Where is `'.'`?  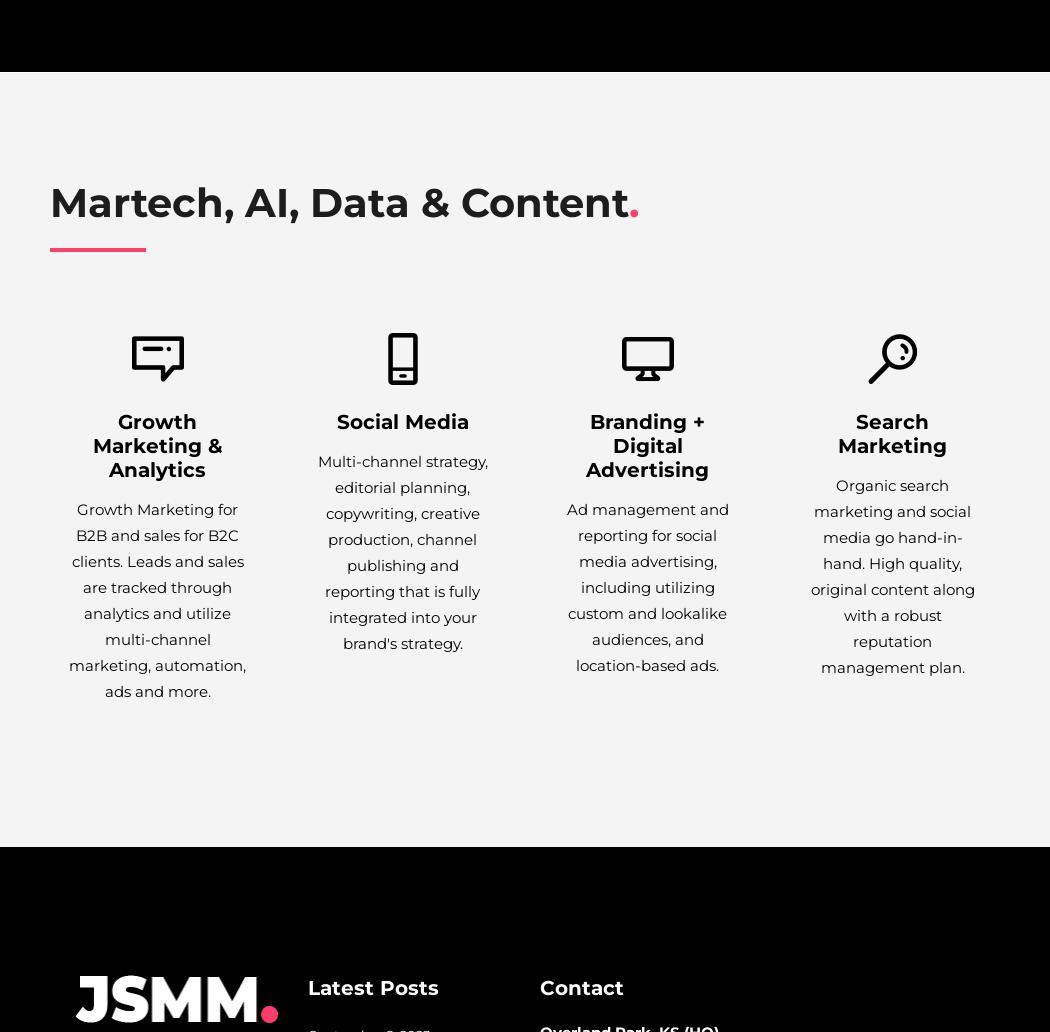 '.' is located at coordinates (628, 201).